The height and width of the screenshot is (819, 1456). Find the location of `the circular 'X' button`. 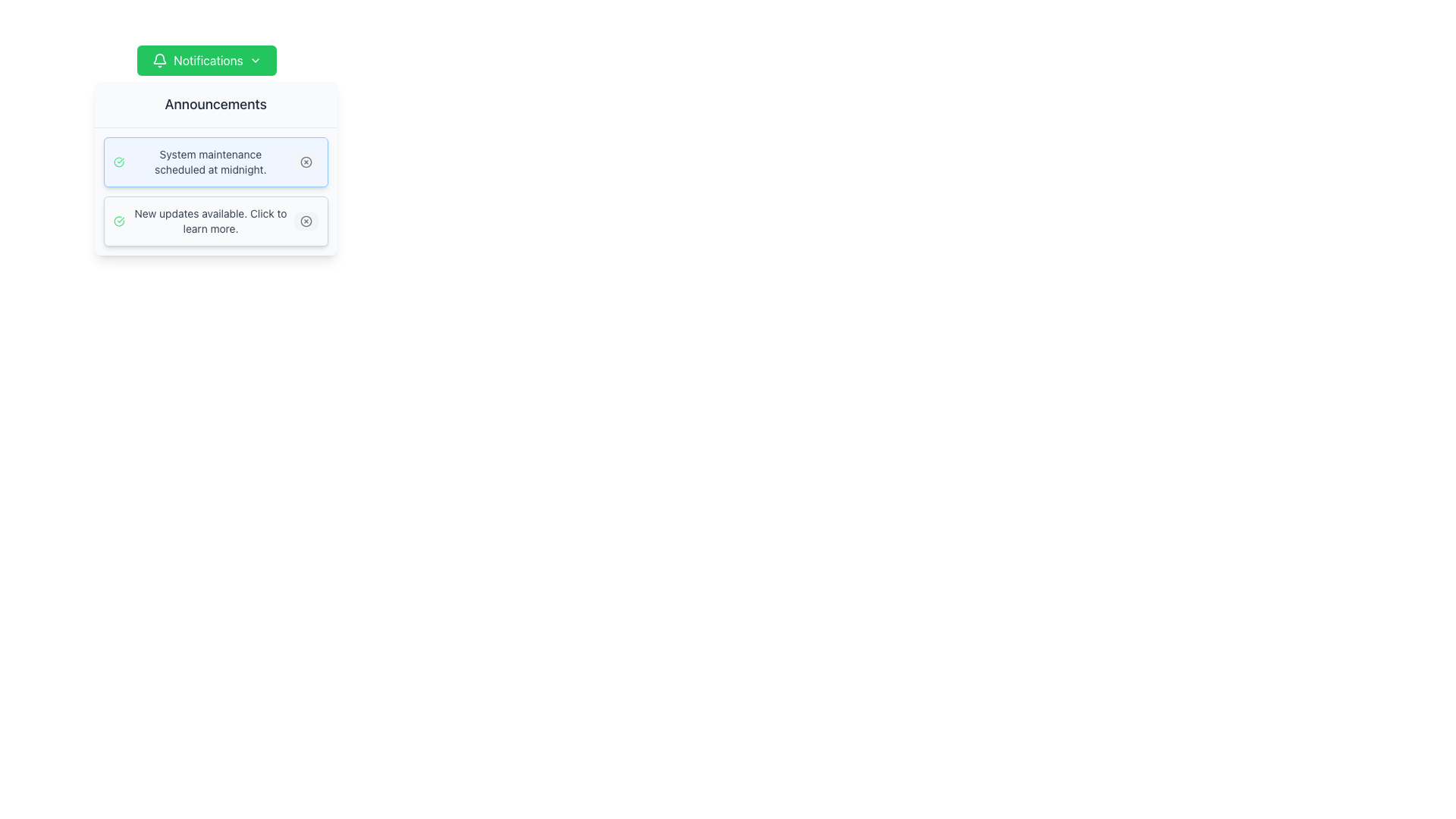

the circular 'X' button is located at coordinates (305, 221).